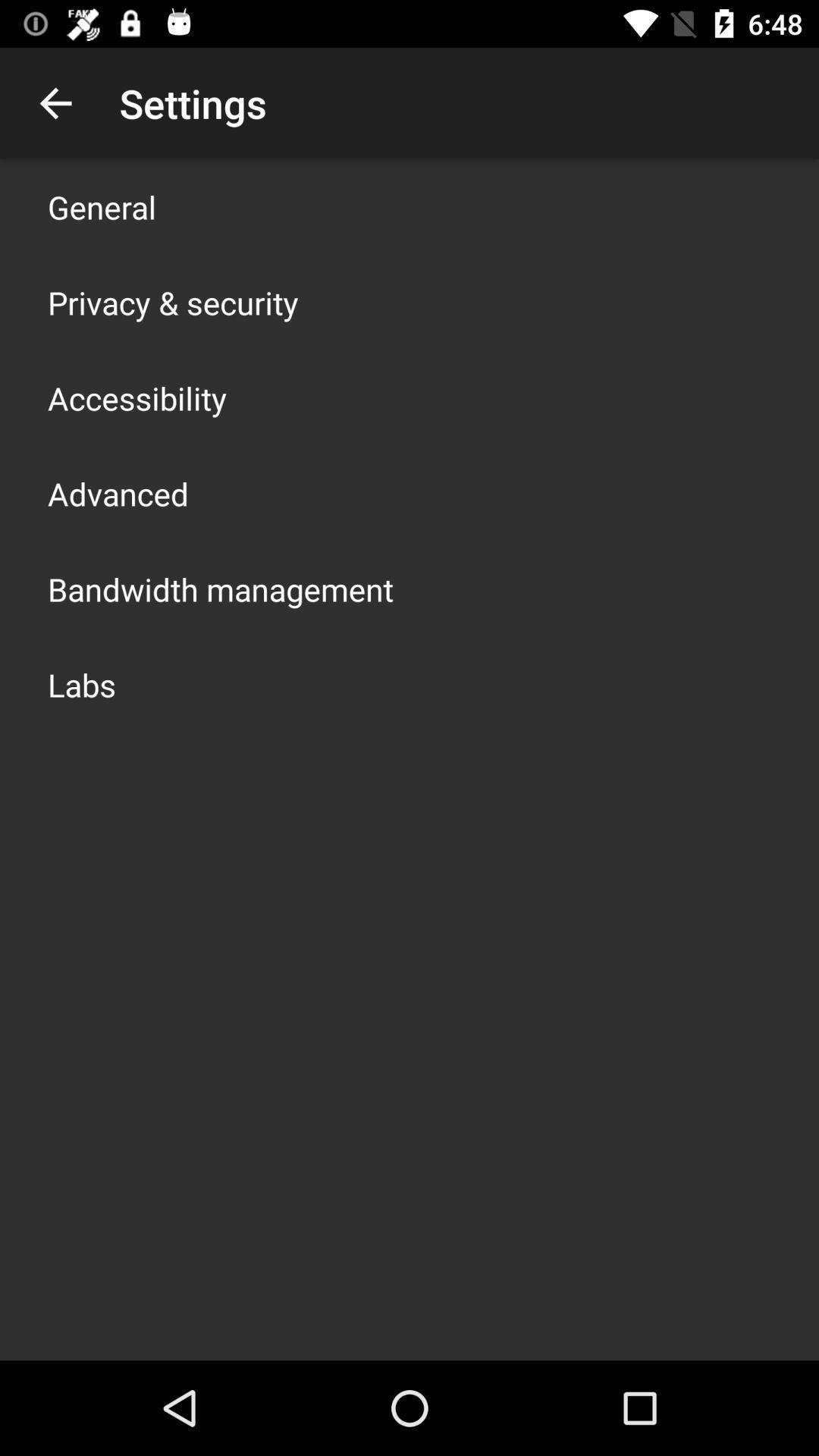 Image resolution: width=819 pixels, height=1456 pixels. Describe the element at coordinates (82, 683) in the screenshot. I see `labs icon` at that location.